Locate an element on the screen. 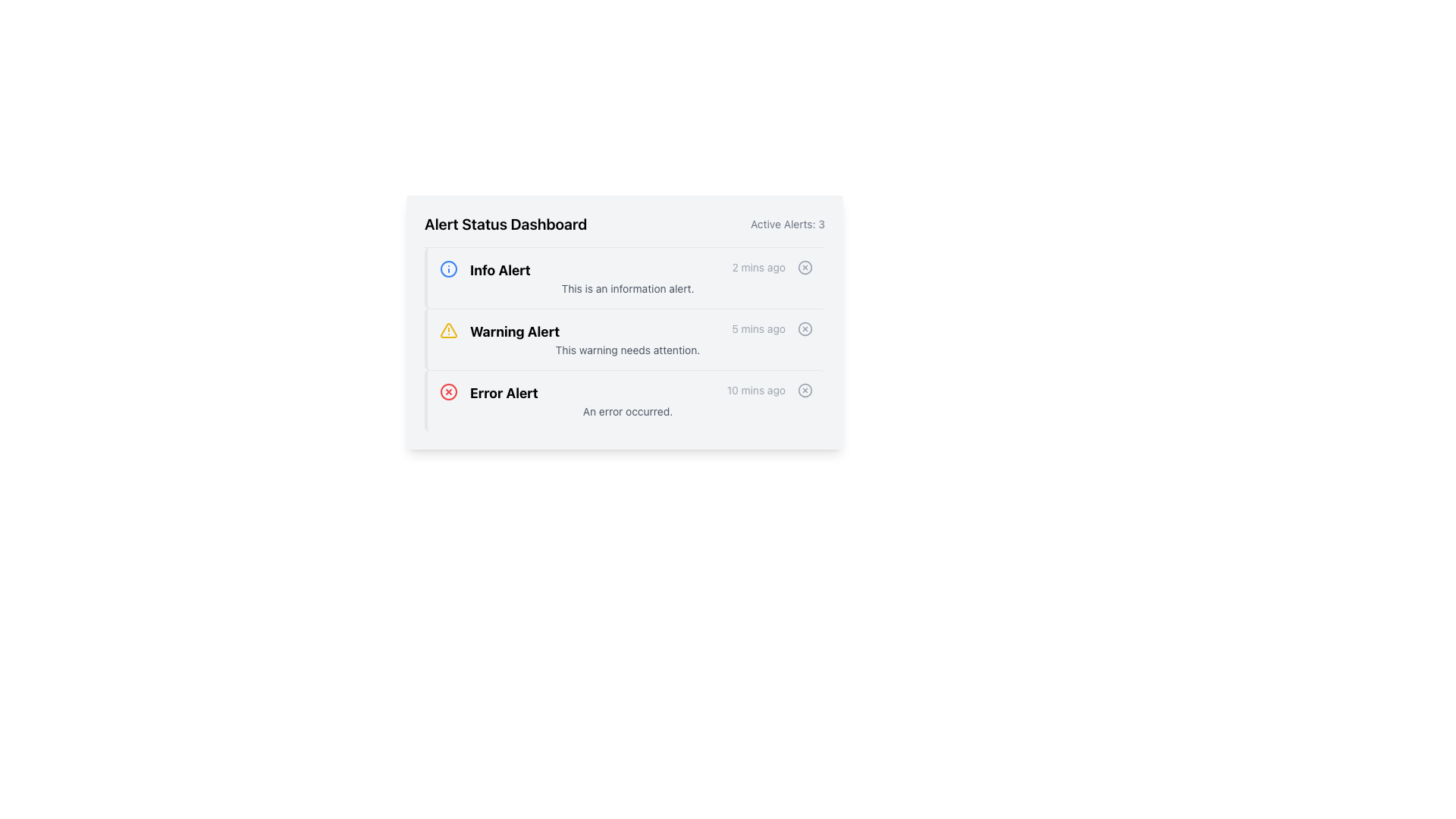 The image size is (1456, 819). the circular indicator located to the immediate right of the 'Info Alert' notification, aligned with the '2 mins ago' timestamp is located at coordinates (804, 267).